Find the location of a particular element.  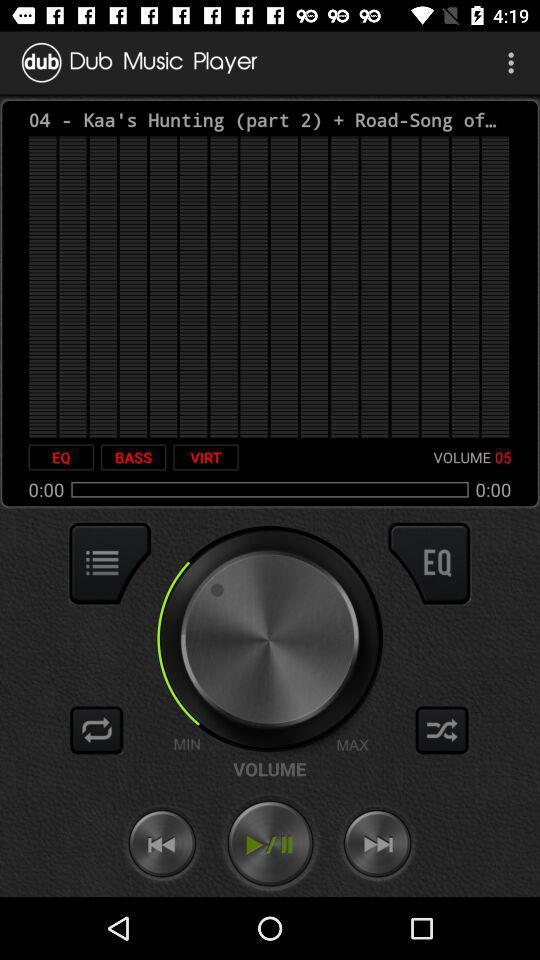

fast forward is located at coordinates (377, 843).